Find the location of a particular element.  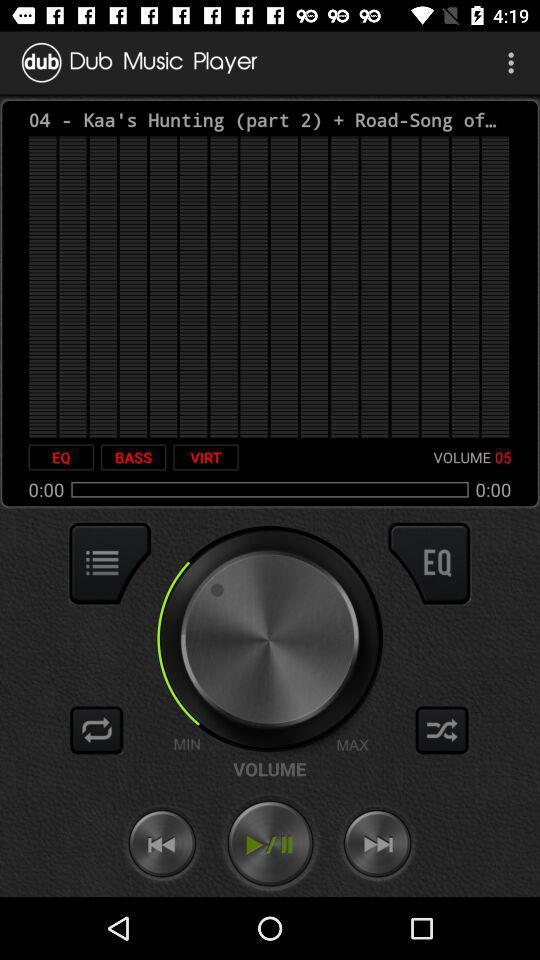

fast forward is located at coordinates (377, 843).